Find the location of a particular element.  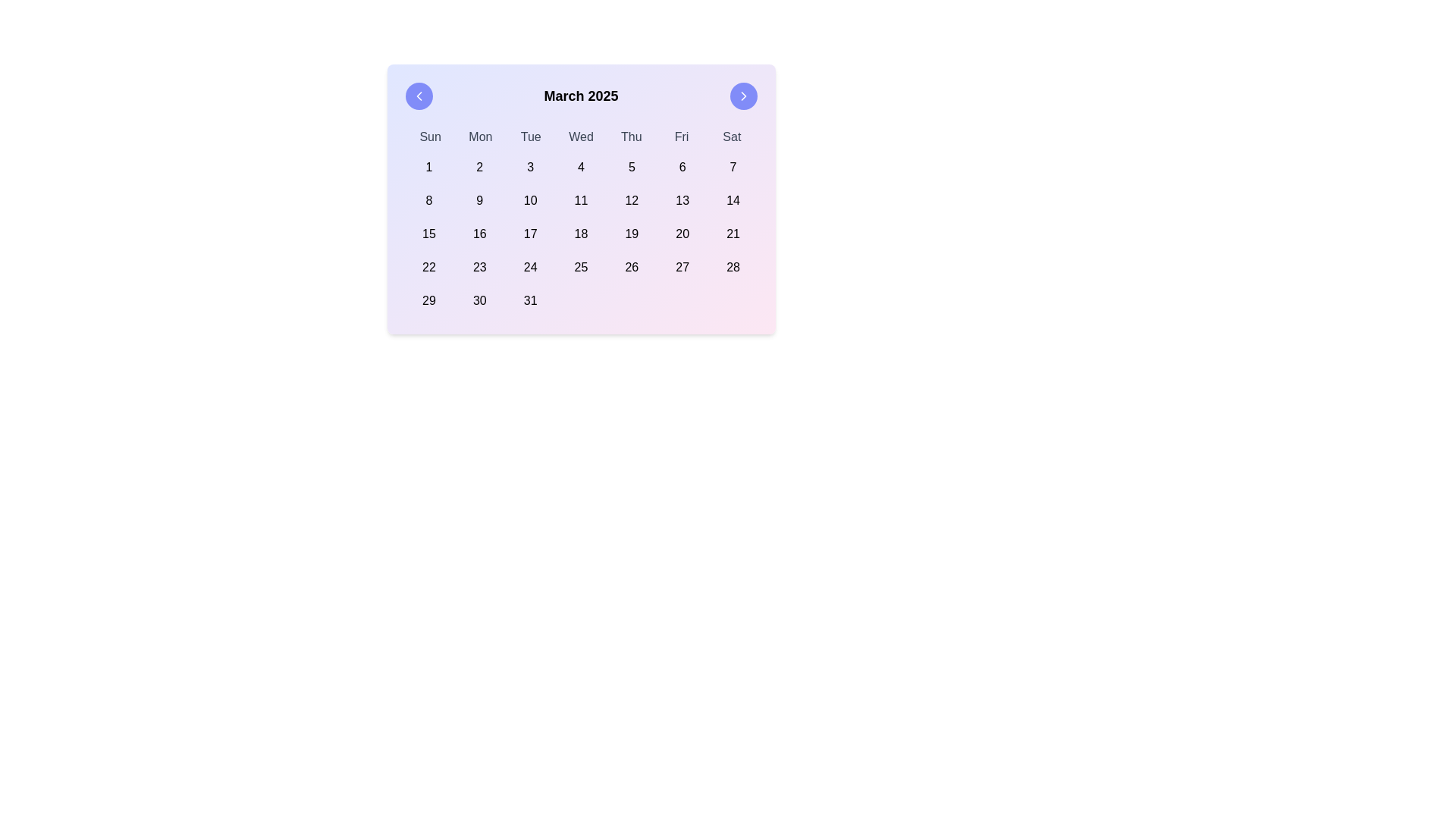

the square-shaped button displaying the text '26' is located at coordinates (632, 267).